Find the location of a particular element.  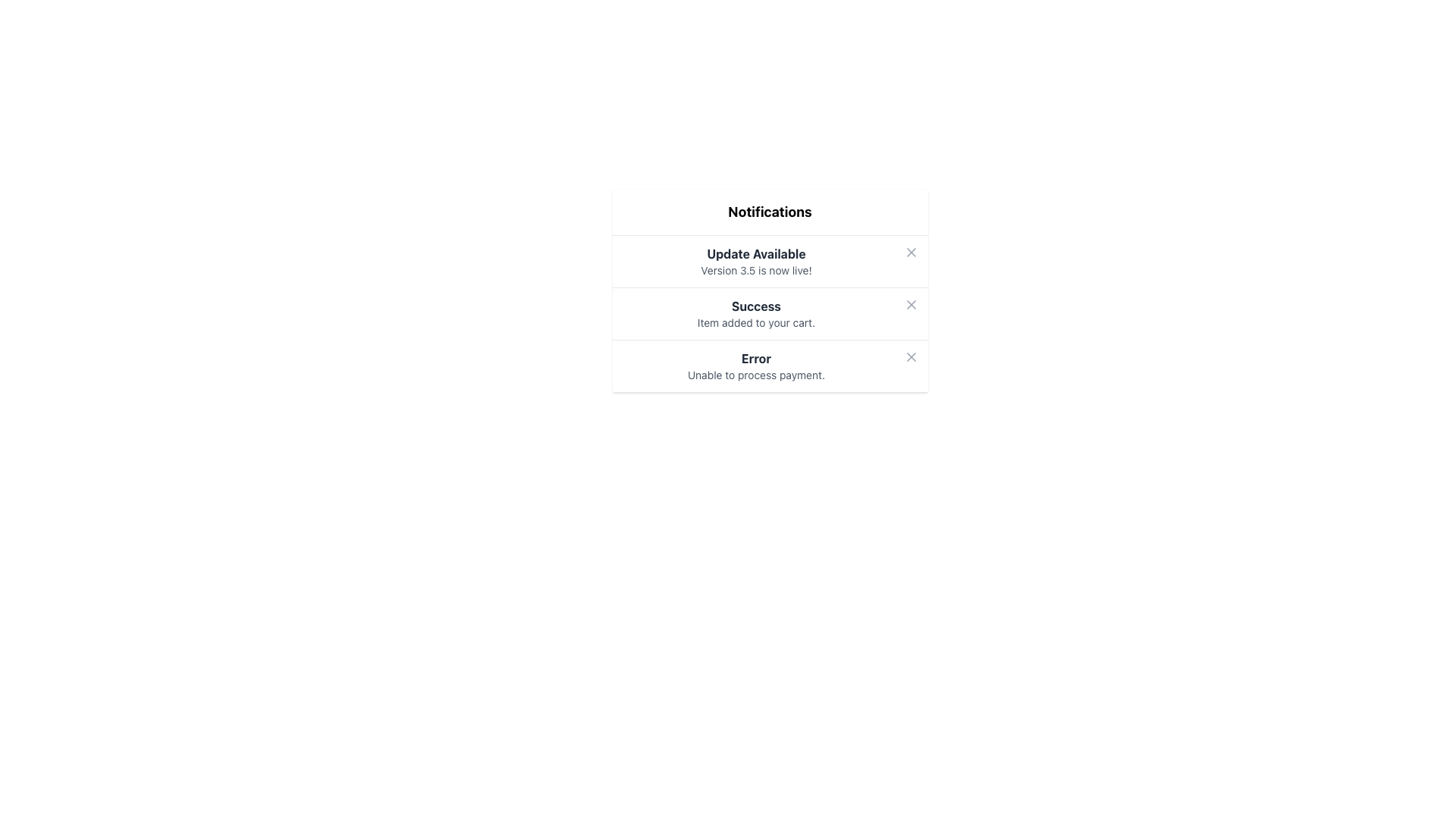

the Text Label that provides an update about the availability of 'Version 3.5', located beneath 'Update Available' and centered within the notification box is located at coordinates (756, 270).